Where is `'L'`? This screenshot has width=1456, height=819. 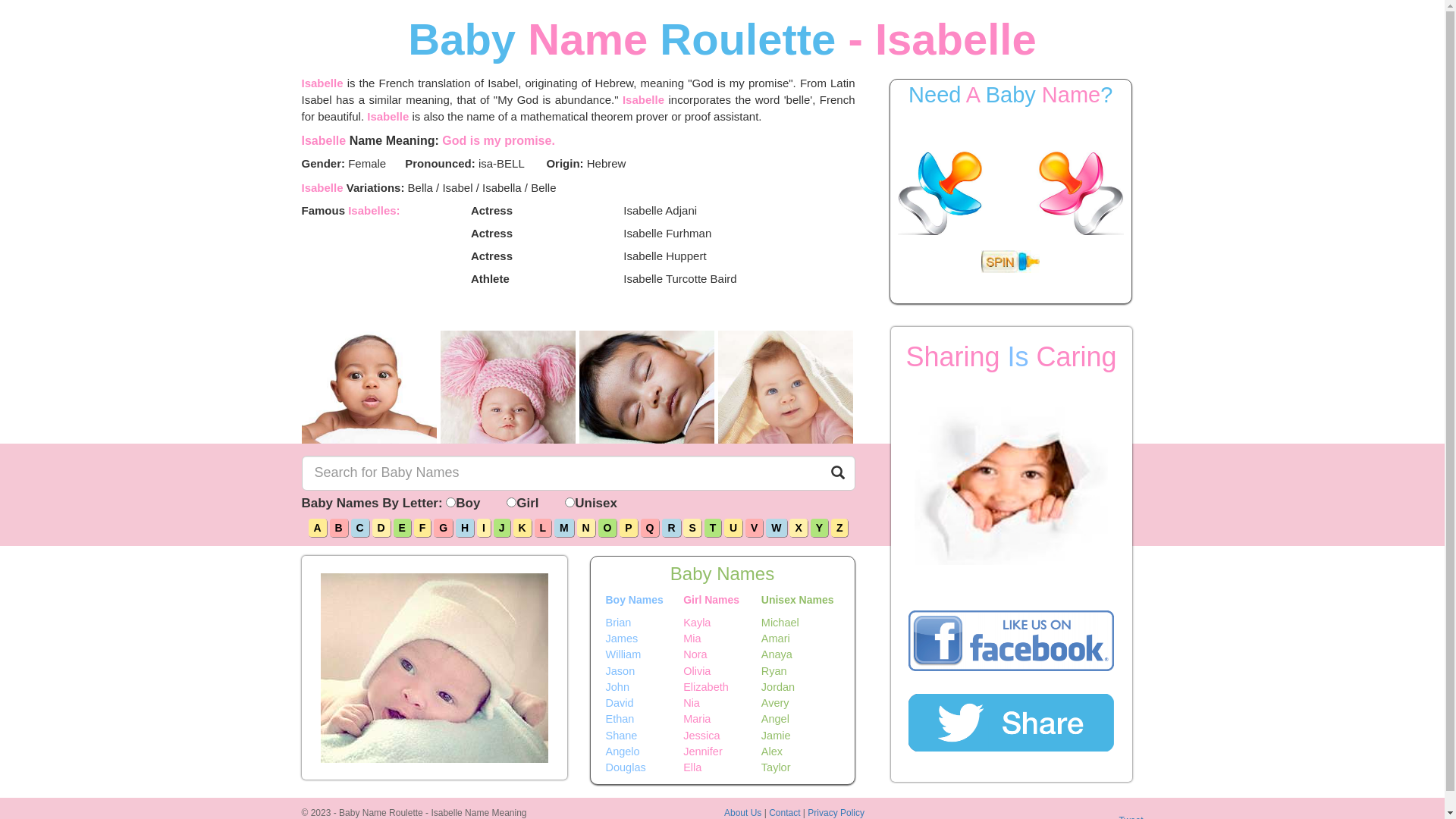 'L' is located at coordinates (535, 526).